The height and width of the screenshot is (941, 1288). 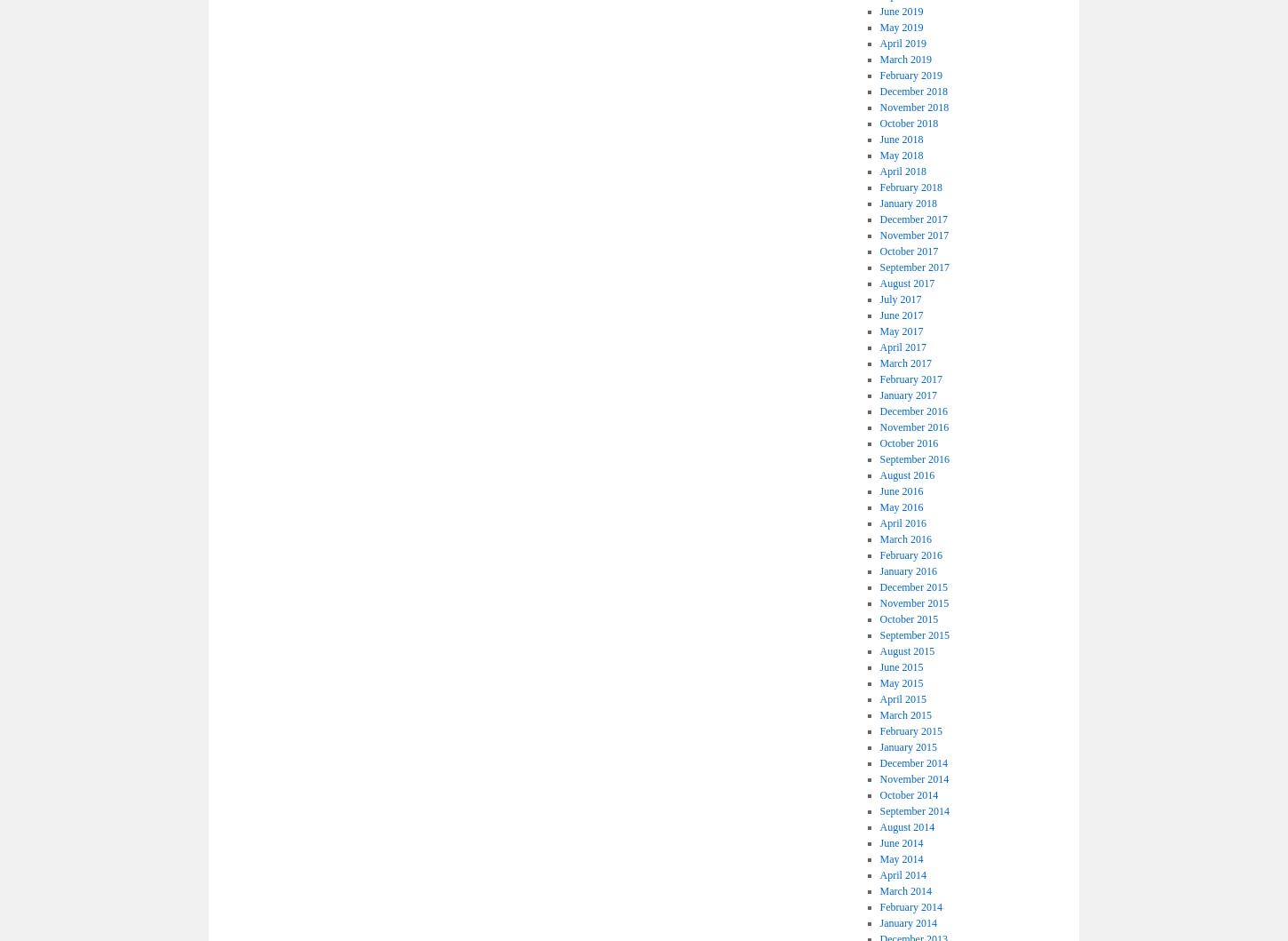 What do you see at coordinates (914, 235) in the screenshot?
I see `'November 2017'` at bounding box center [914, 235].